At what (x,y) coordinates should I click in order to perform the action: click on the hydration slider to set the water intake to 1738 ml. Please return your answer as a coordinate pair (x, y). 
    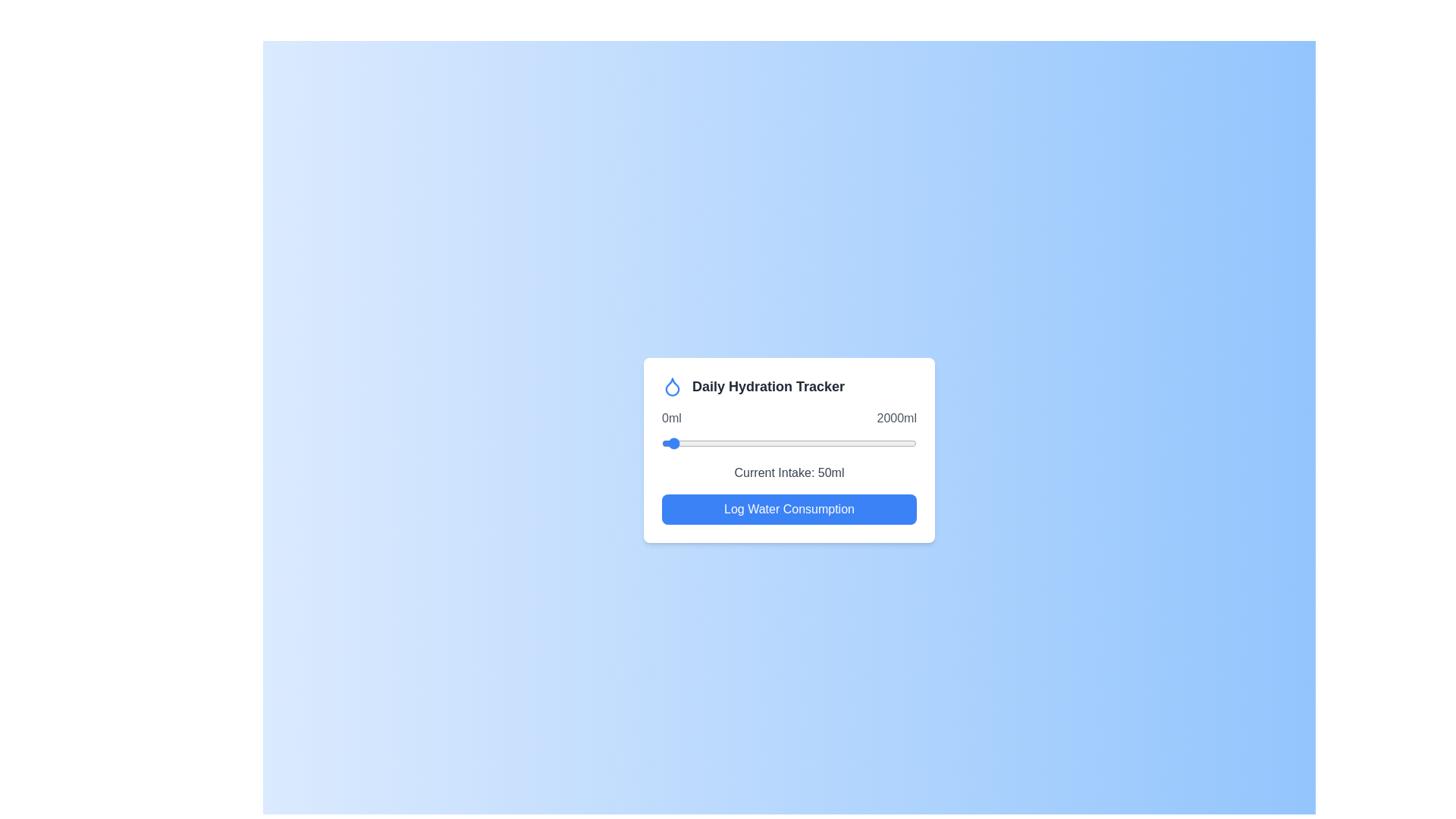
    Looking at the image, I should click on (883, 444).